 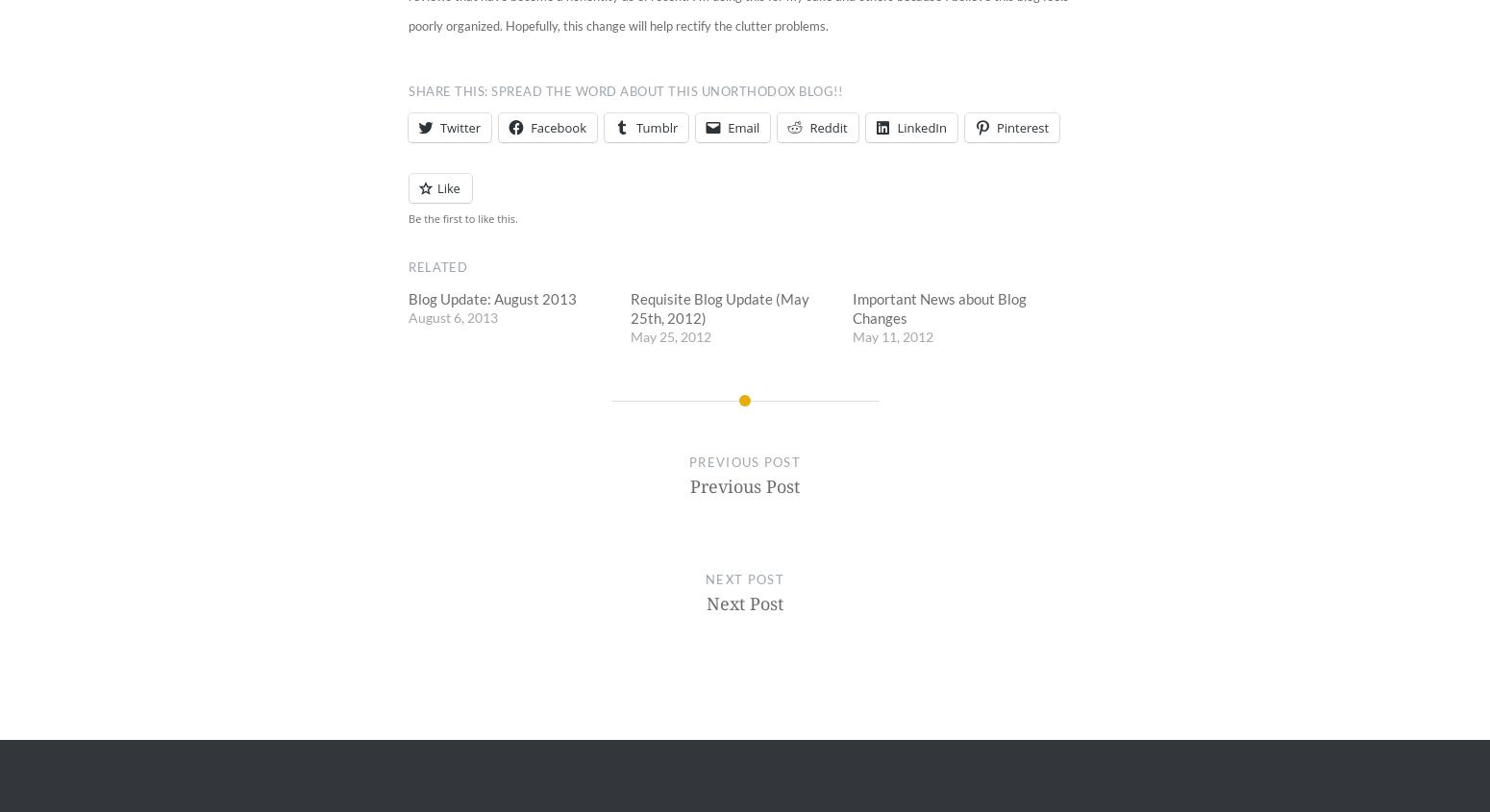 What do you see at coordinates (1022, 128) in the screenshot?
I see `'Pinterest'` at bounding box center [1022, 128].